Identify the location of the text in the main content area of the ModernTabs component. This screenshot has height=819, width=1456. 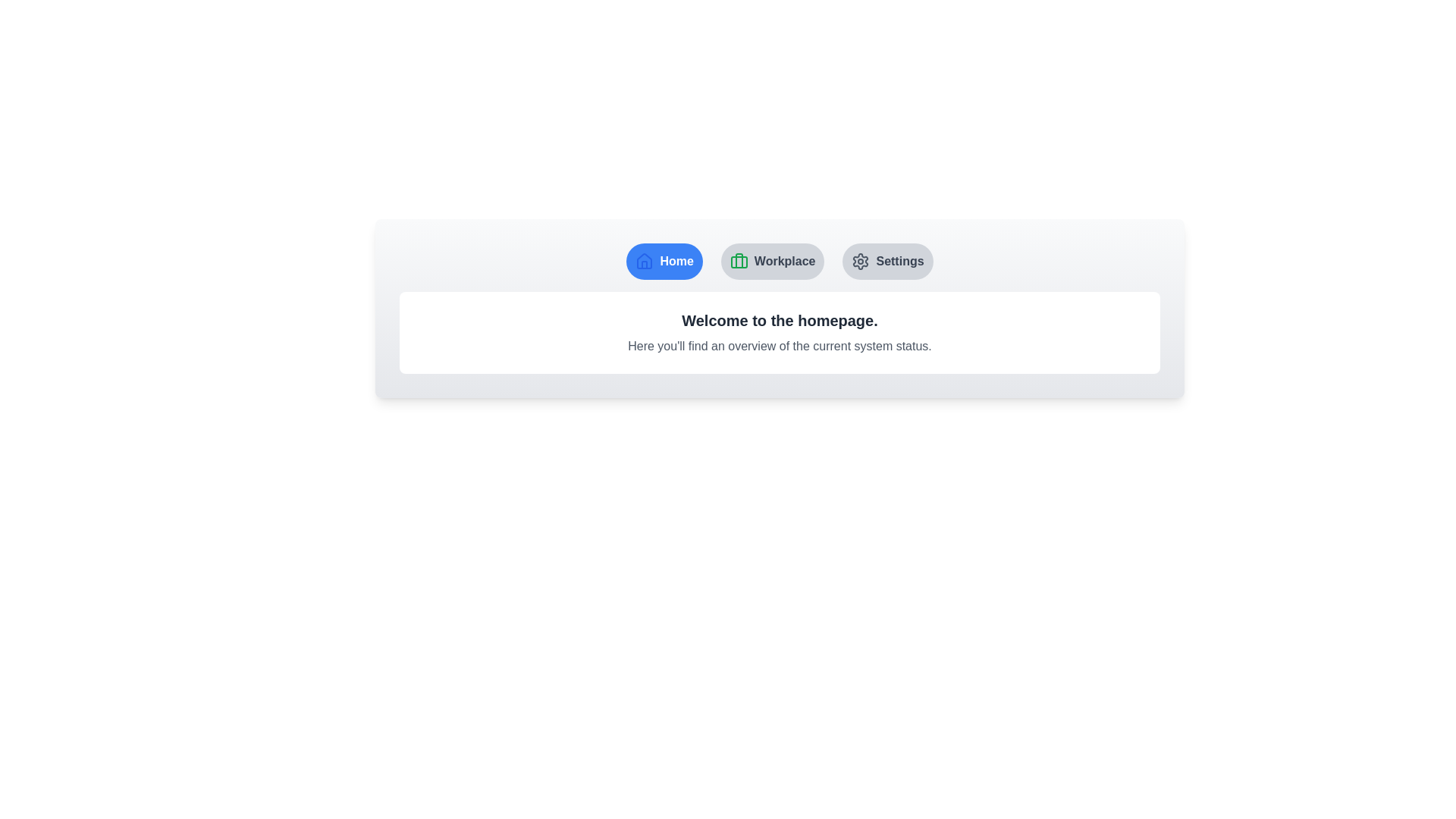
(400, 292).